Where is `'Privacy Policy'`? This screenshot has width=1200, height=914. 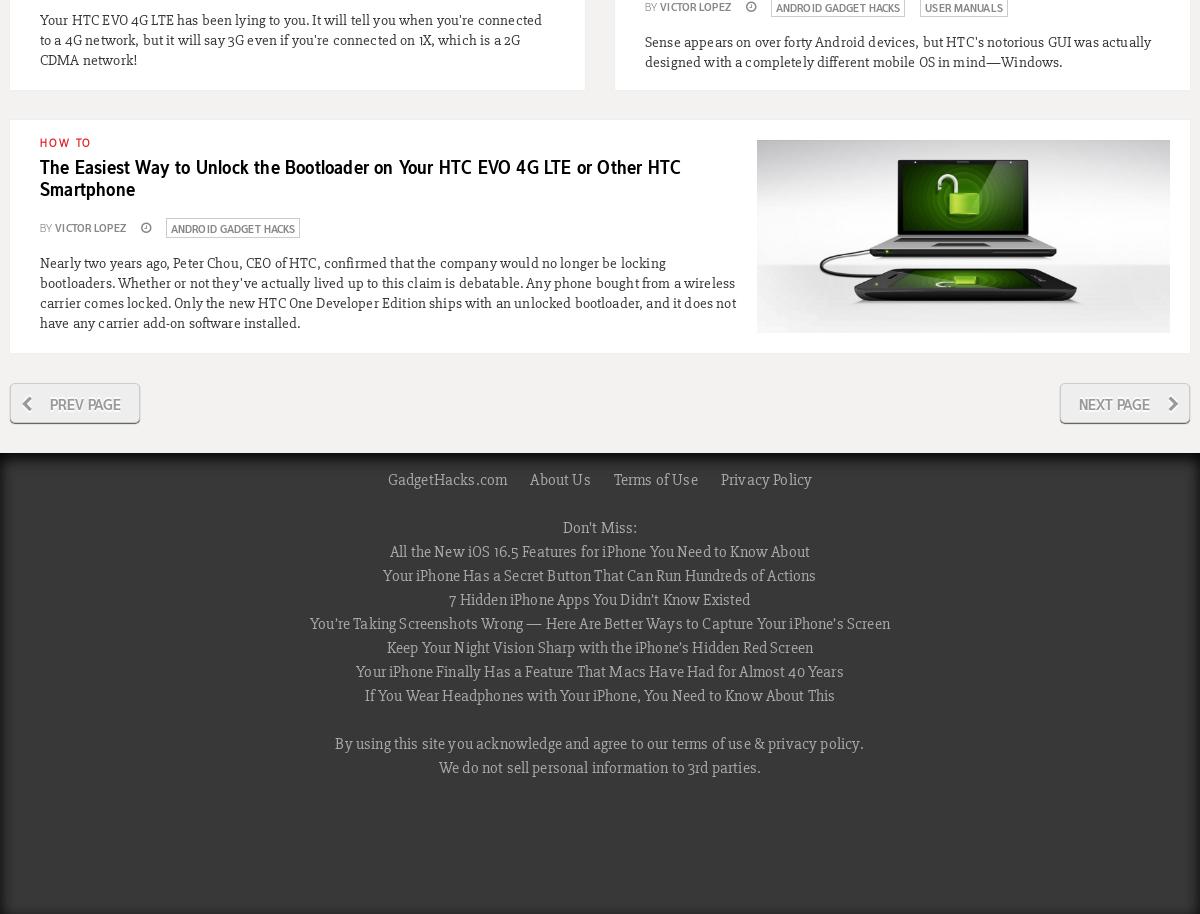
'Privacy Policy' is located at coordinates (720, 480).